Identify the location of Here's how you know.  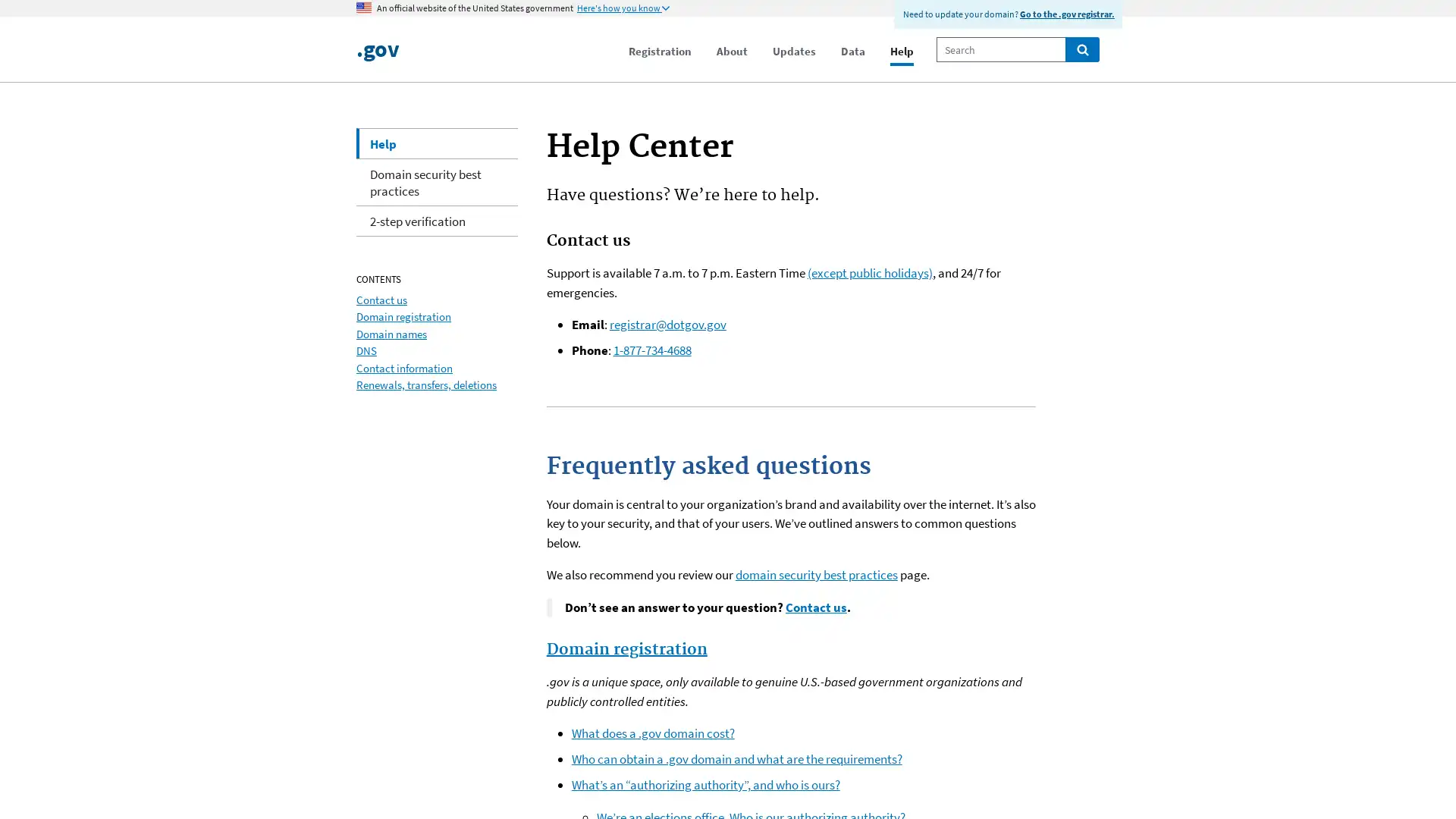
(623, 8).